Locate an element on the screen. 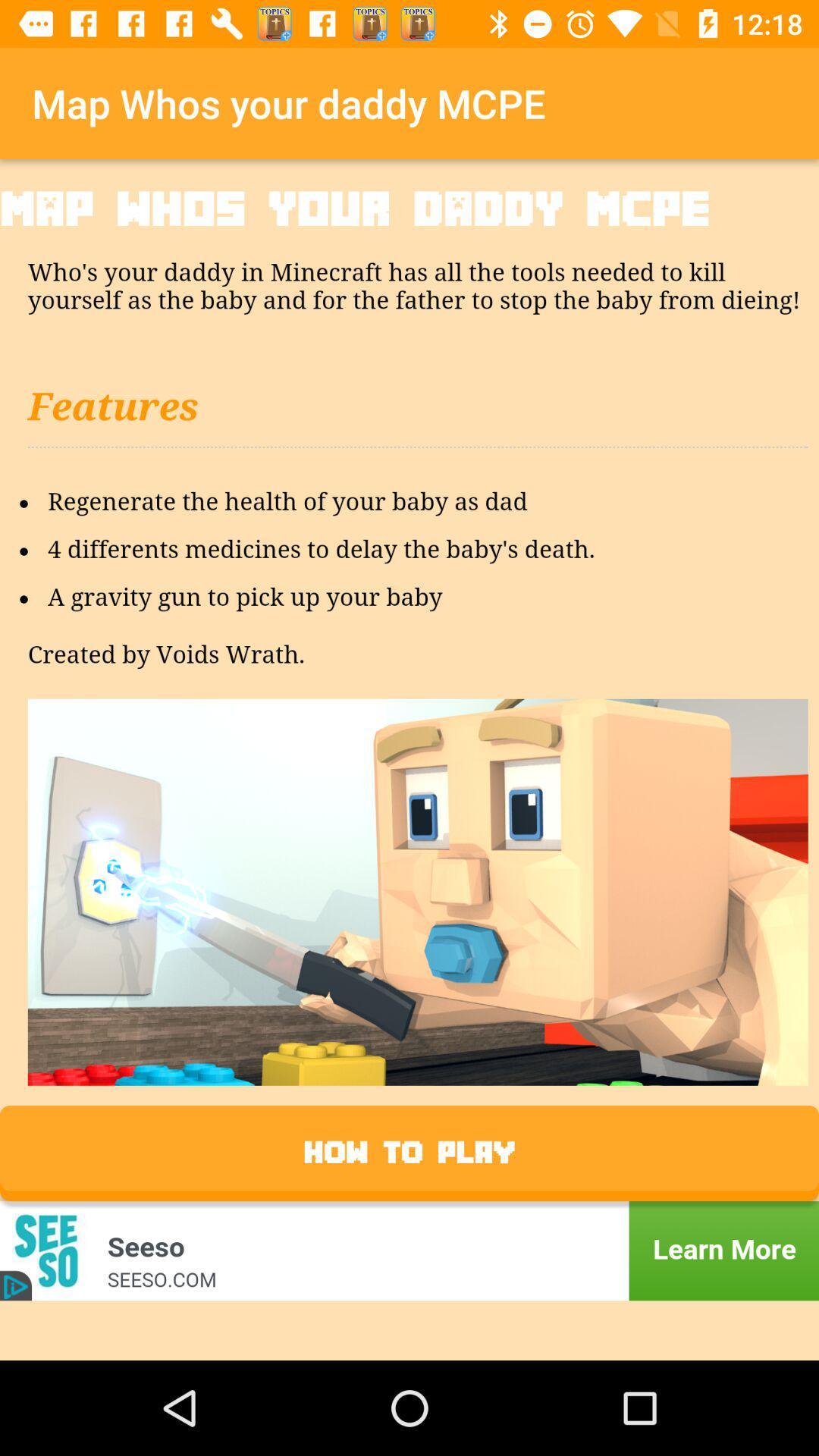  more information about an advertisement is located at coordinates (409, 1250).